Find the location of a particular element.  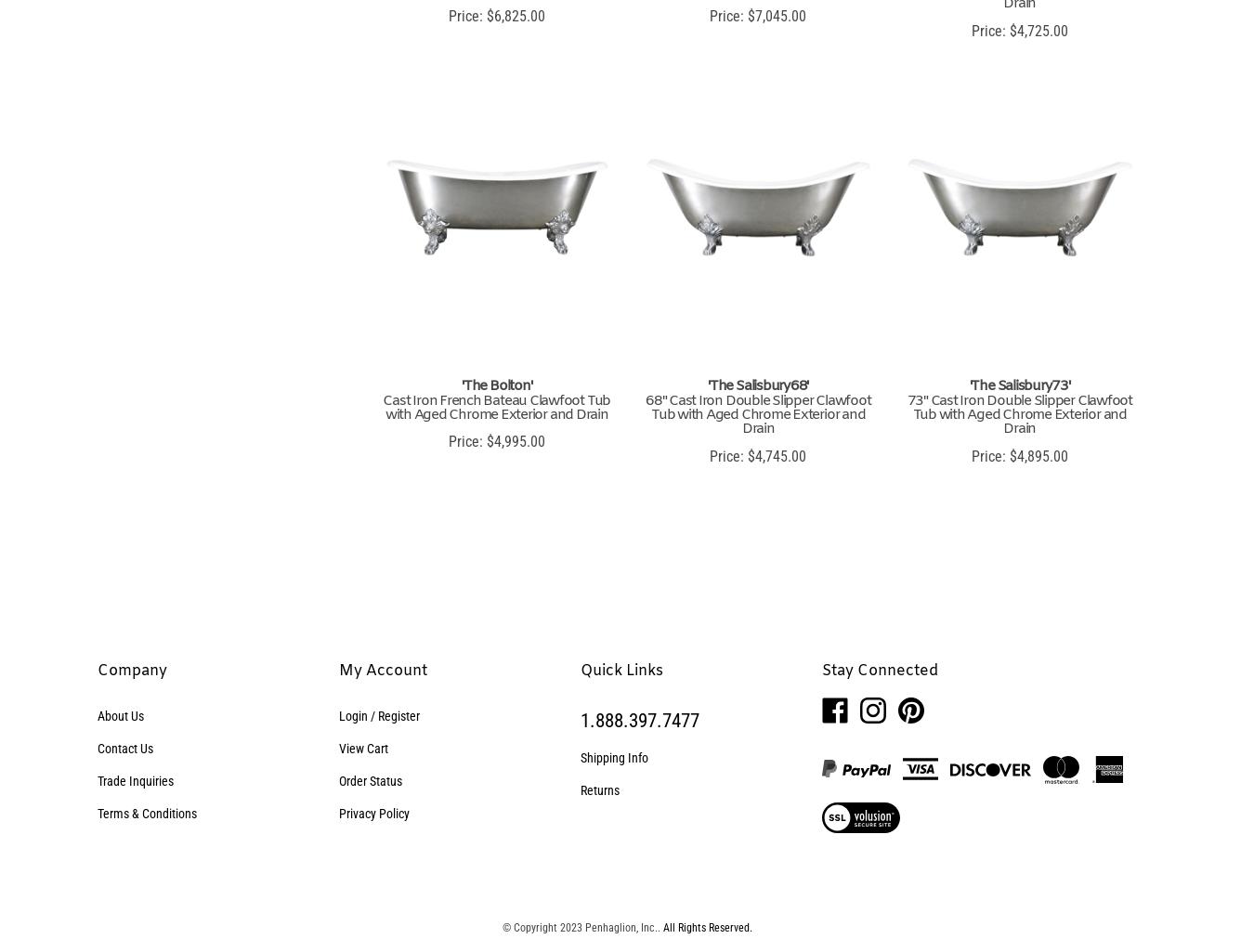

'Shipping Info' is located at coordinates (579, 755).